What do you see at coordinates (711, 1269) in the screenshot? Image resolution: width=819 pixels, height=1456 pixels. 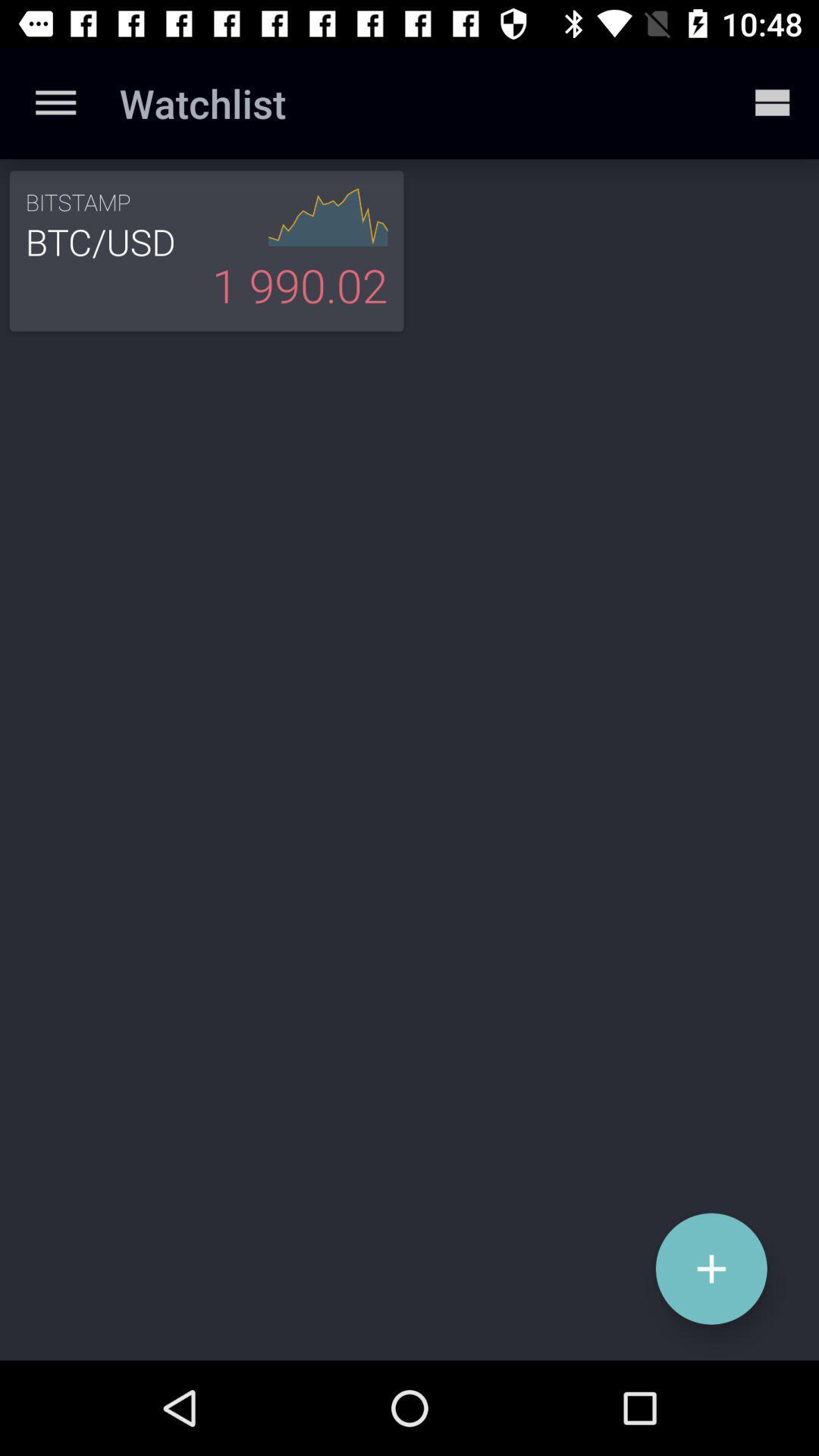 I see `the add icon` at bounding box center [711, 1269].